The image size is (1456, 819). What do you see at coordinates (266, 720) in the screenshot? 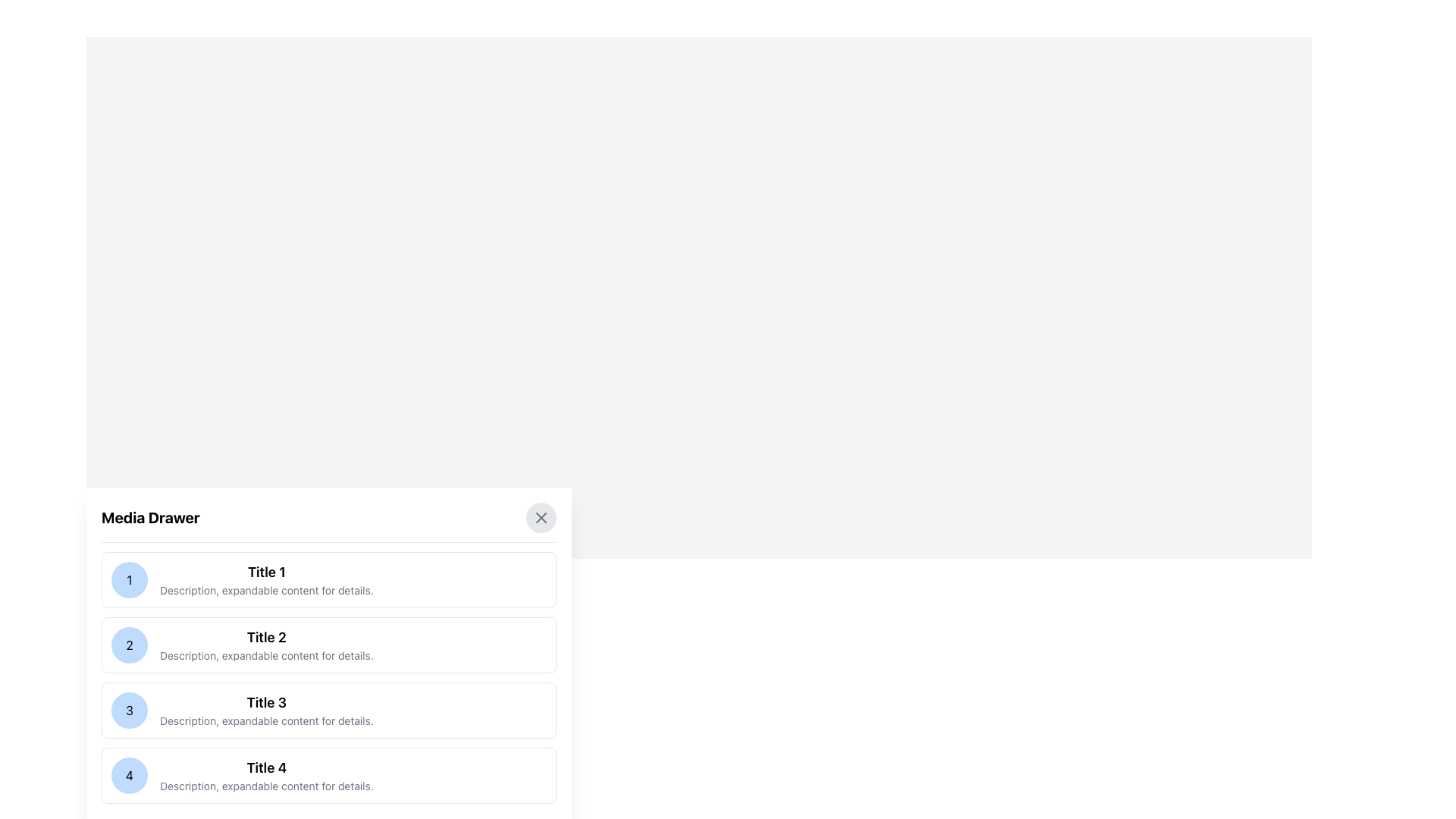
I see `descriptive text located at the bottom of the 'Title 3' section, which provides additional information about it` at bounding box center [266, 720].